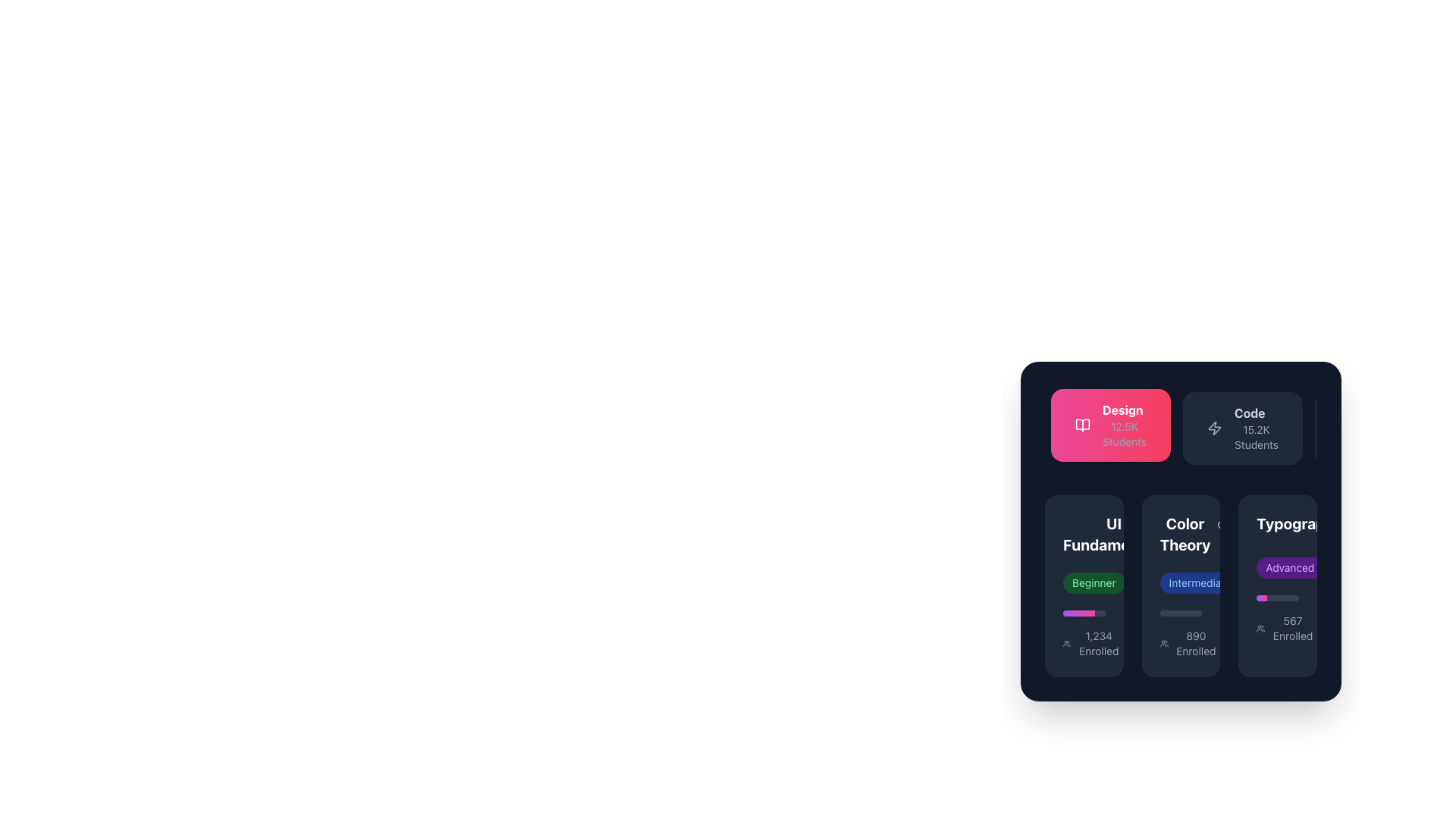  I want to click on the heart icon to favorite the 'Color Theory' module, which is located over the module description in the center of the educational content interface, so click(1178, 526).